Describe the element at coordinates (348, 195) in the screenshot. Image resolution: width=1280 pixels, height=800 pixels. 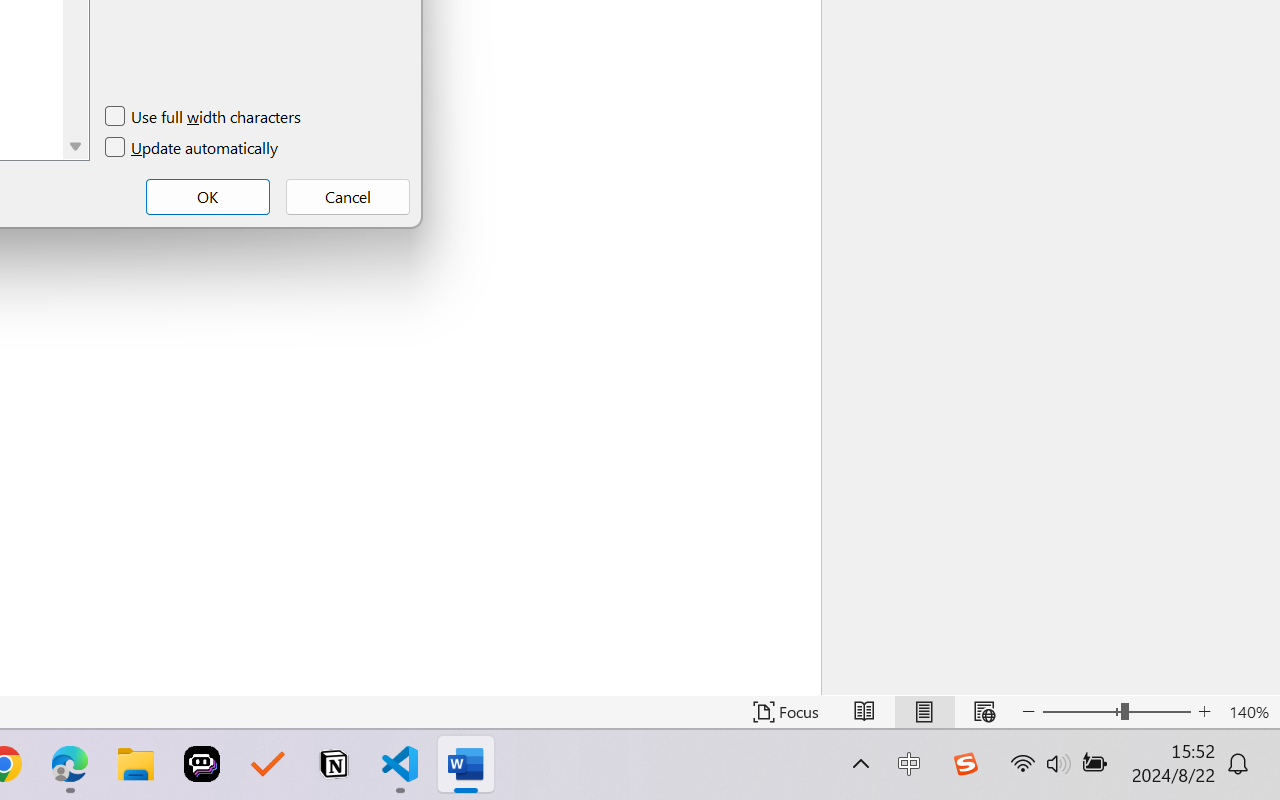
I see `'Cancel'` at that location.